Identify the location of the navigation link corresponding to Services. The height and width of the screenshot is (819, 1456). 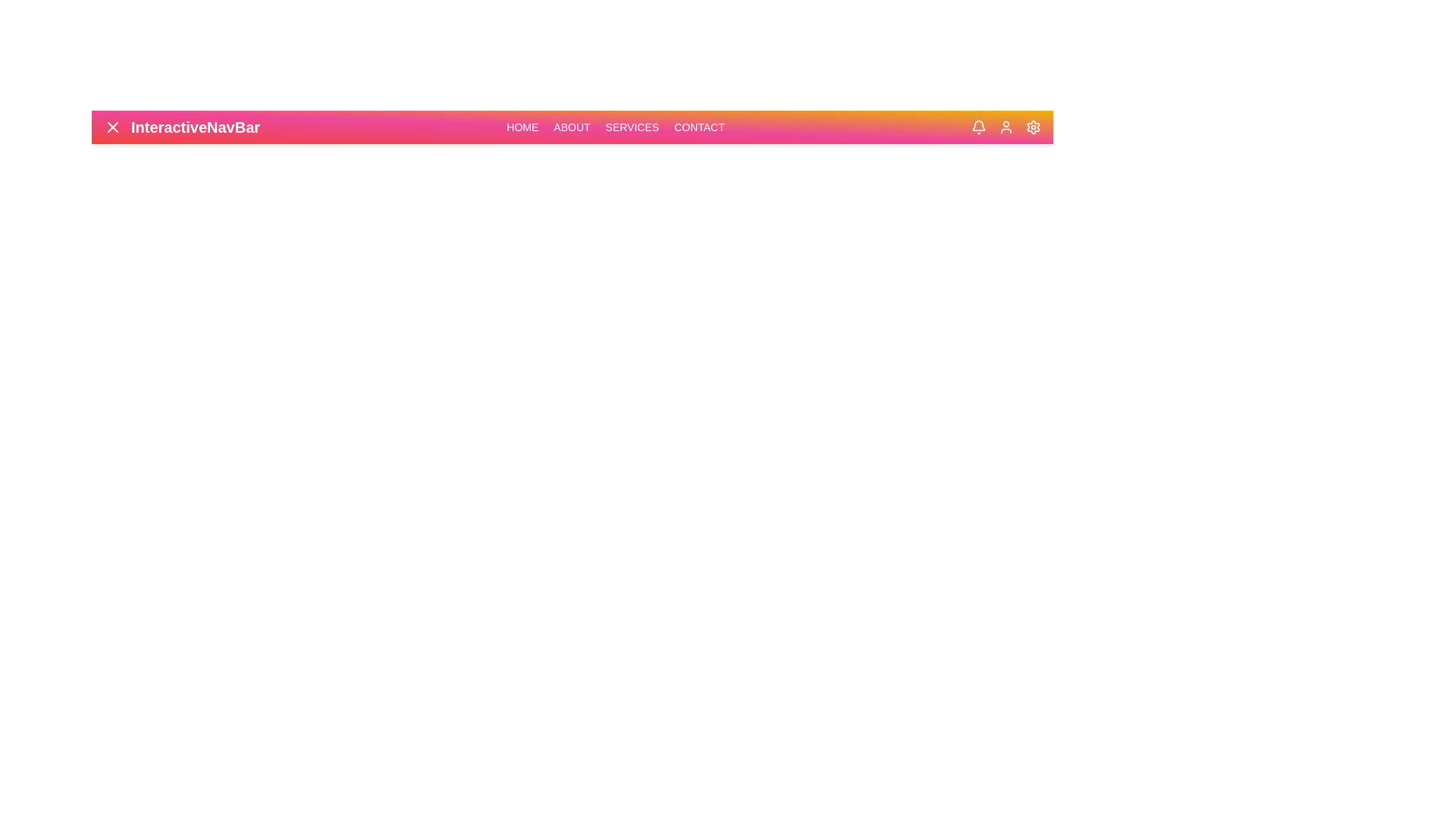
(632, 127).